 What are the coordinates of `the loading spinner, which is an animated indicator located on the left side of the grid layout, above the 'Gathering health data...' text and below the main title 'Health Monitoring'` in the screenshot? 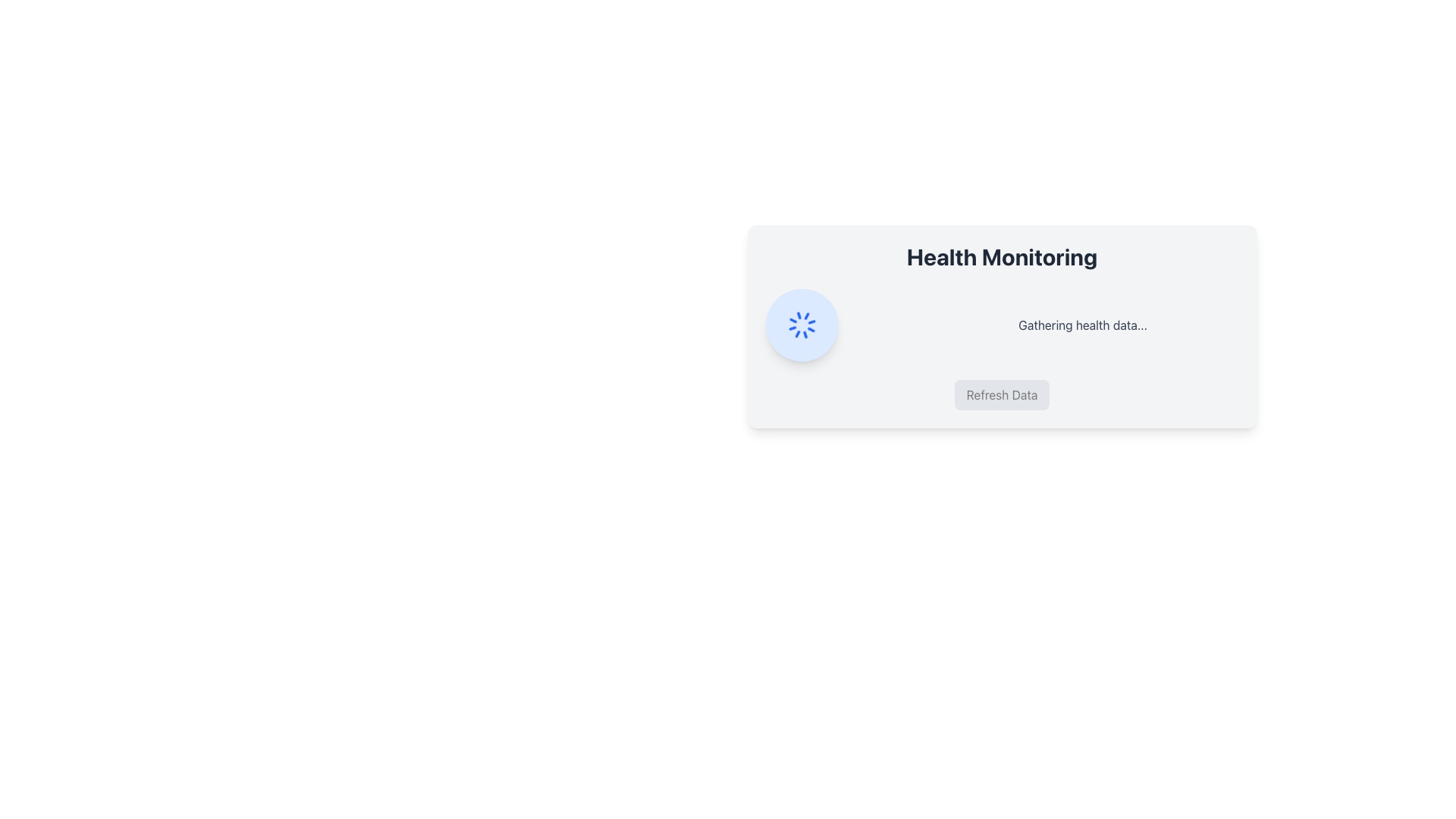 It's located at (801, 324).